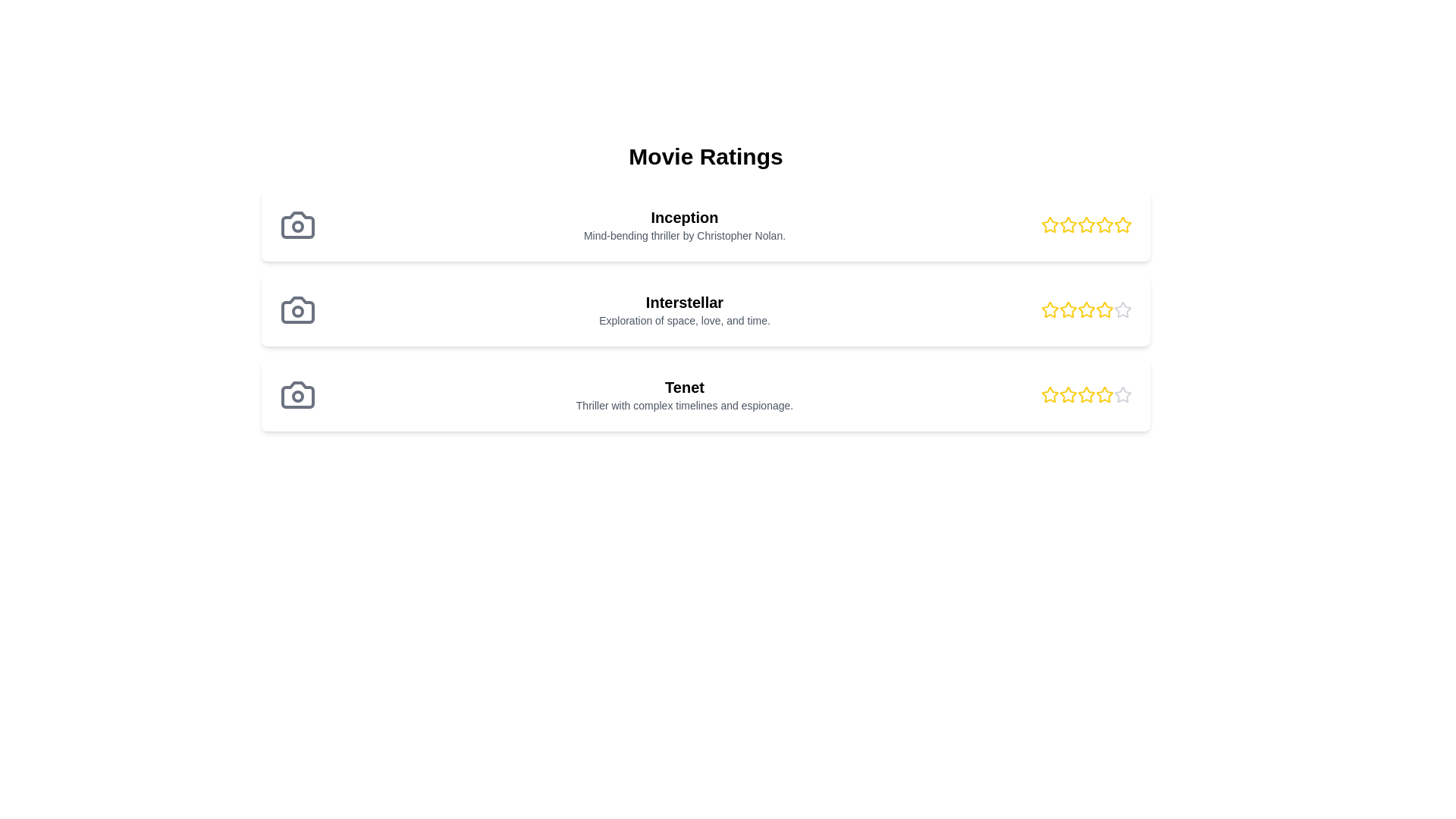 The width and height of the screenshot is (1456, 819). Describe the element at coordinates (298, 227) in the screenshot. I see `the small circular shape within the camera icon located at the top left corner of the content layout` at that location.